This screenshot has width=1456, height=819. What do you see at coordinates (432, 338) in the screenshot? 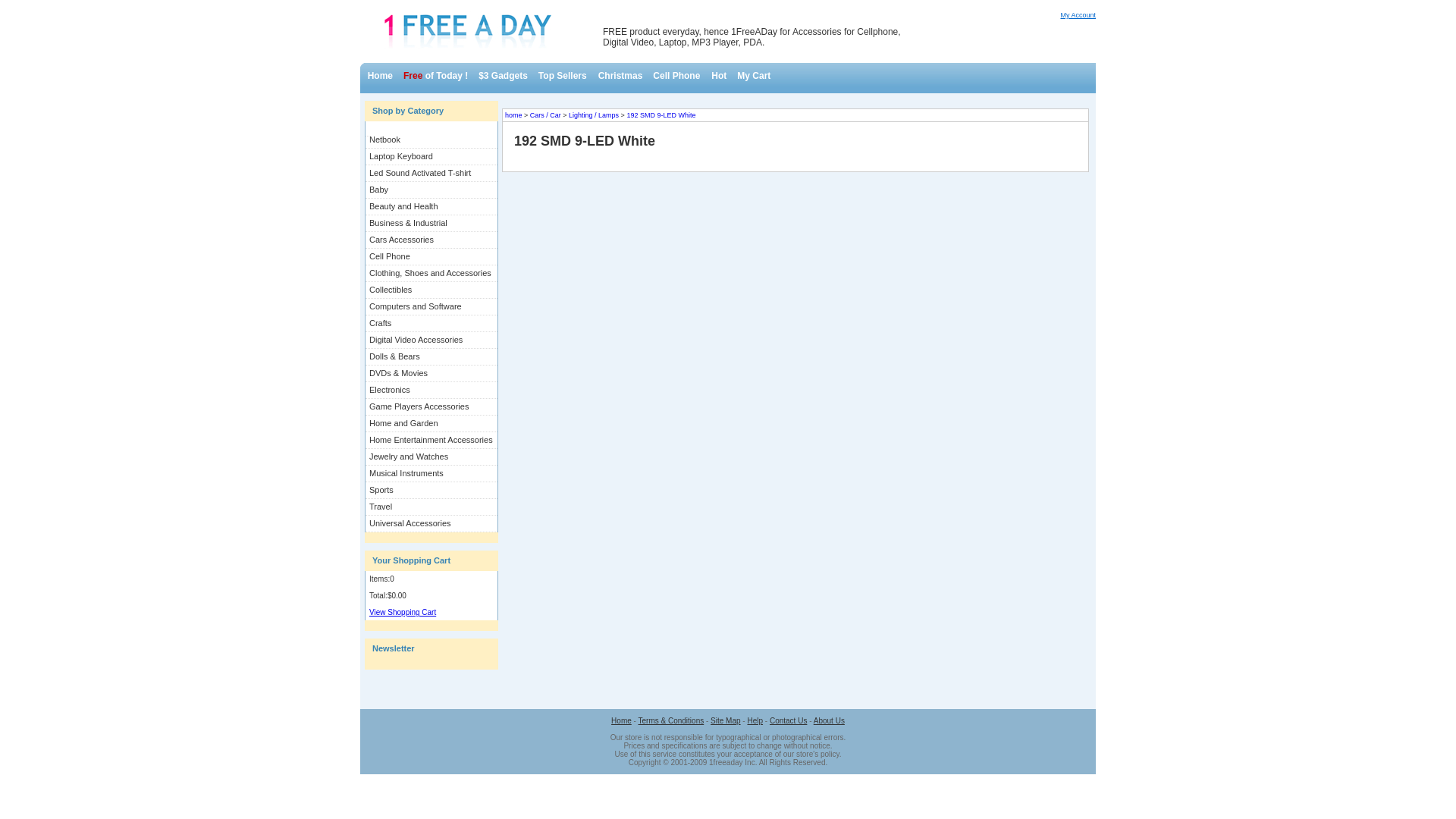
I see `'Digital Video Accessories'` at bounding box center [432, 338].